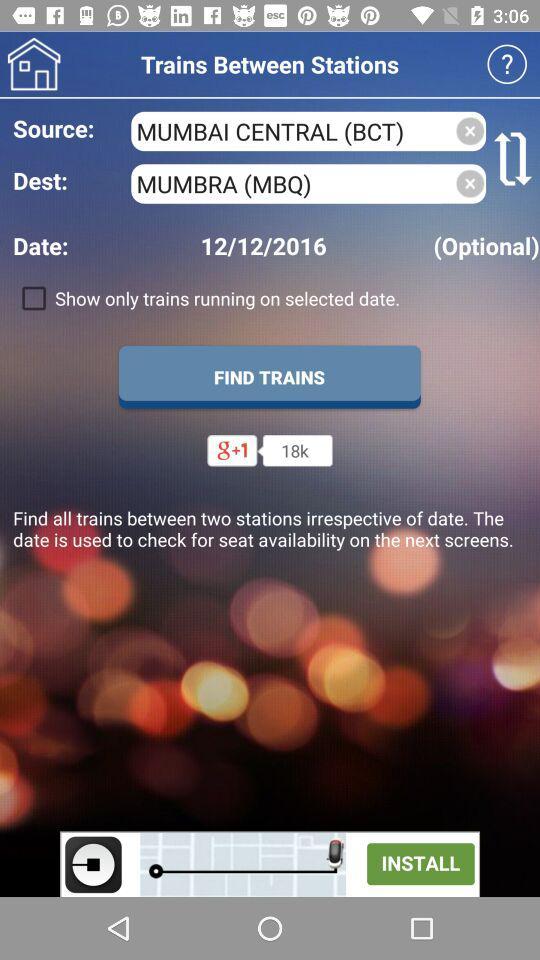 The height and width of the screenshot is (960, 540). I want to click on help, so click(507, 64).